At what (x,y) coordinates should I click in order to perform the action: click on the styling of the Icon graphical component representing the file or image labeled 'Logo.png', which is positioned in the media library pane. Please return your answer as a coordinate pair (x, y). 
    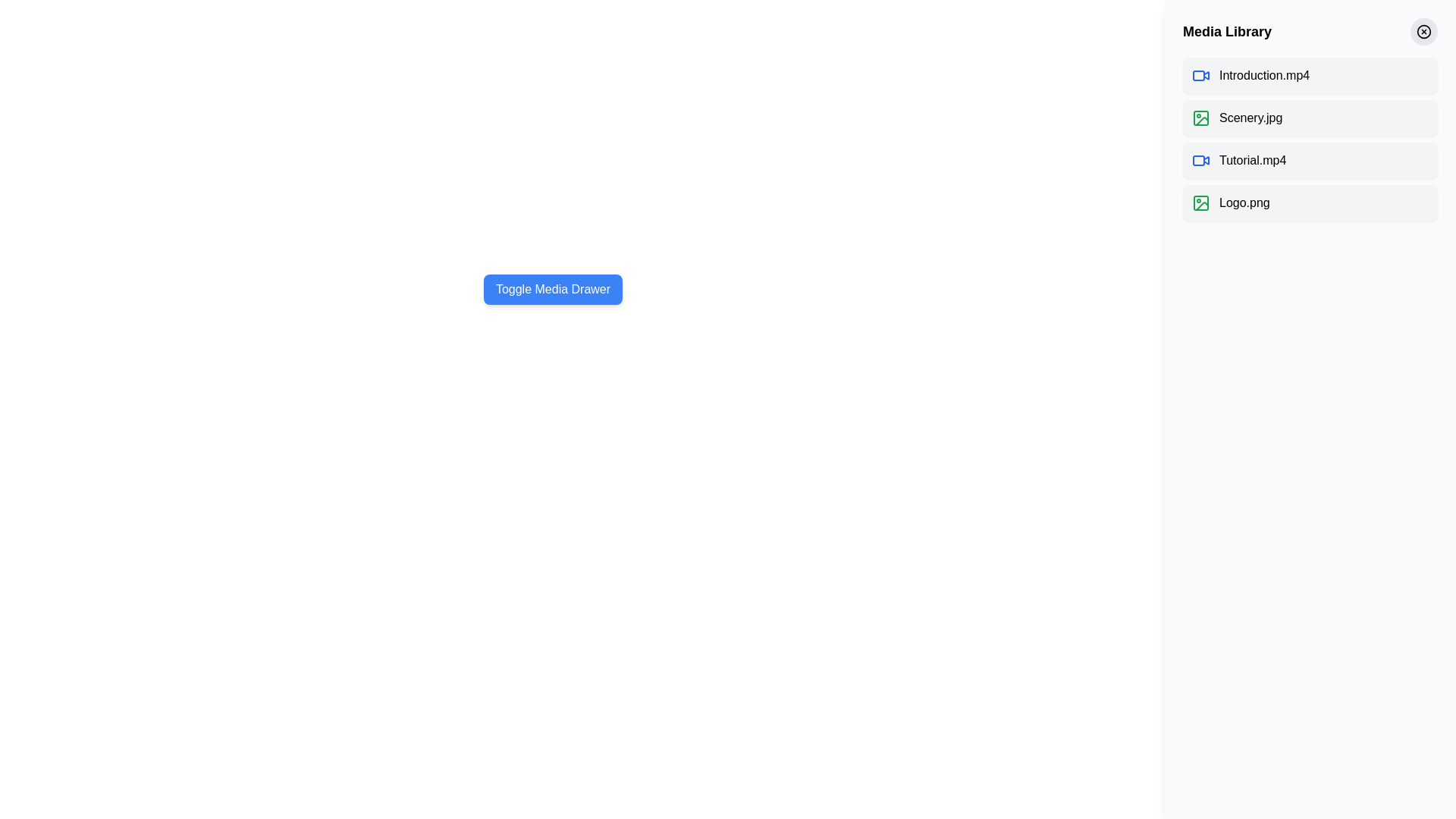
    Looking at the image, I should click on (1200, 202).